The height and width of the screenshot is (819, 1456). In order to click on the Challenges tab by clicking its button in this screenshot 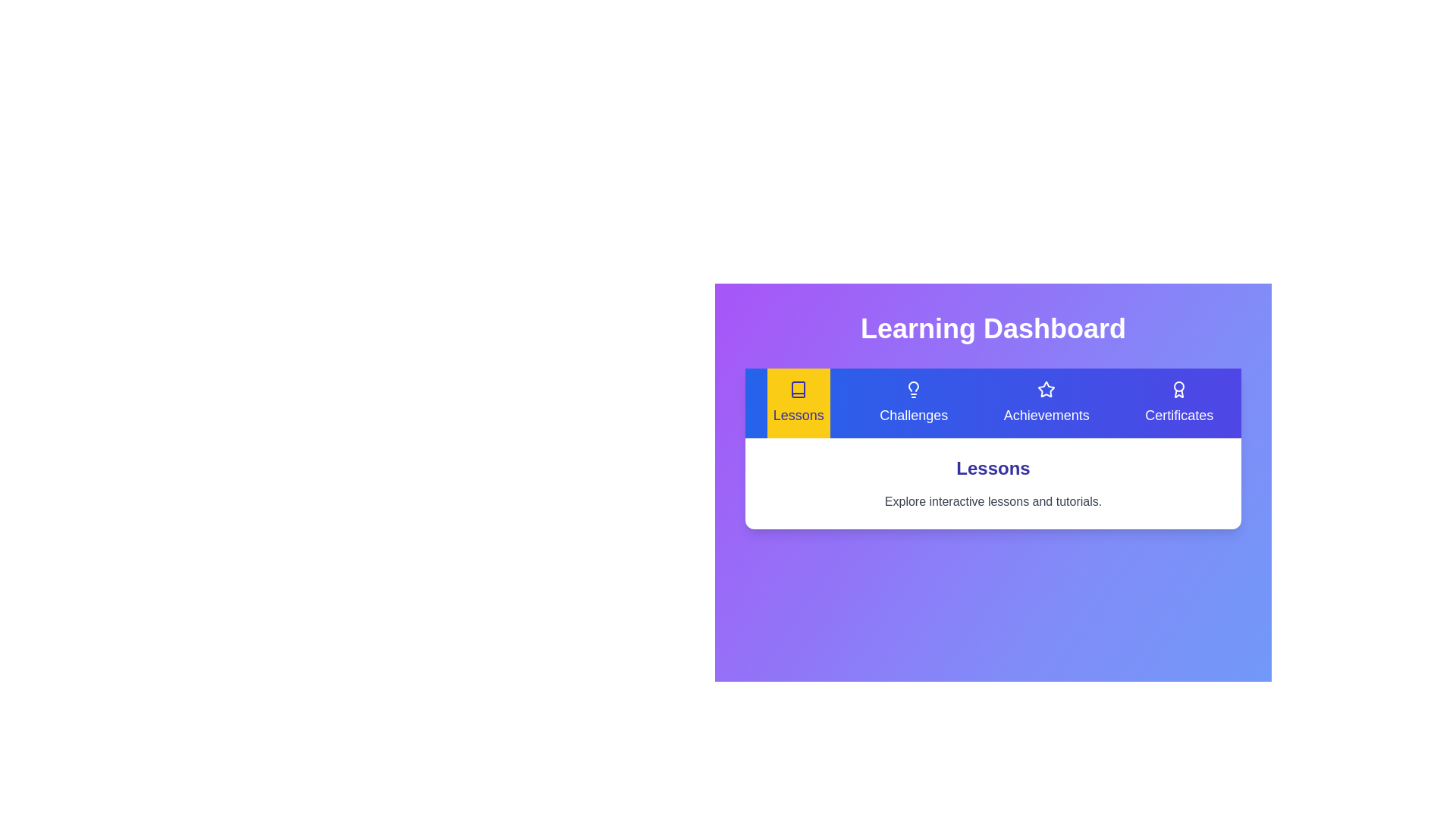, I will do `click(912, 403)`.